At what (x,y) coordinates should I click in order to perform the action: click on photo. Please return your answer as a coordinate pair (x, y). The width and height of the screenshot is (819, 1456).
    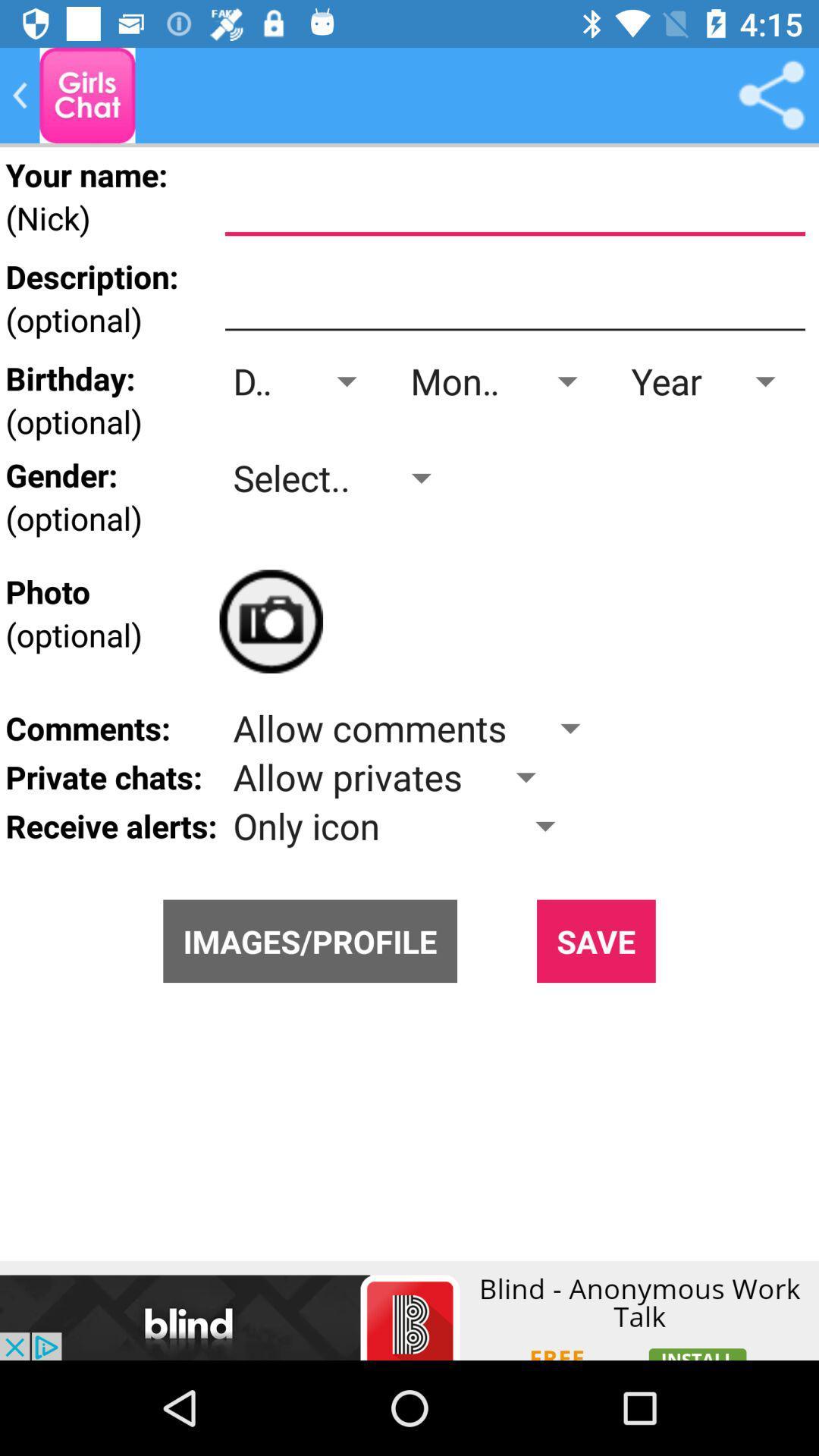
    Looking at the image, I should click on (270, 621).